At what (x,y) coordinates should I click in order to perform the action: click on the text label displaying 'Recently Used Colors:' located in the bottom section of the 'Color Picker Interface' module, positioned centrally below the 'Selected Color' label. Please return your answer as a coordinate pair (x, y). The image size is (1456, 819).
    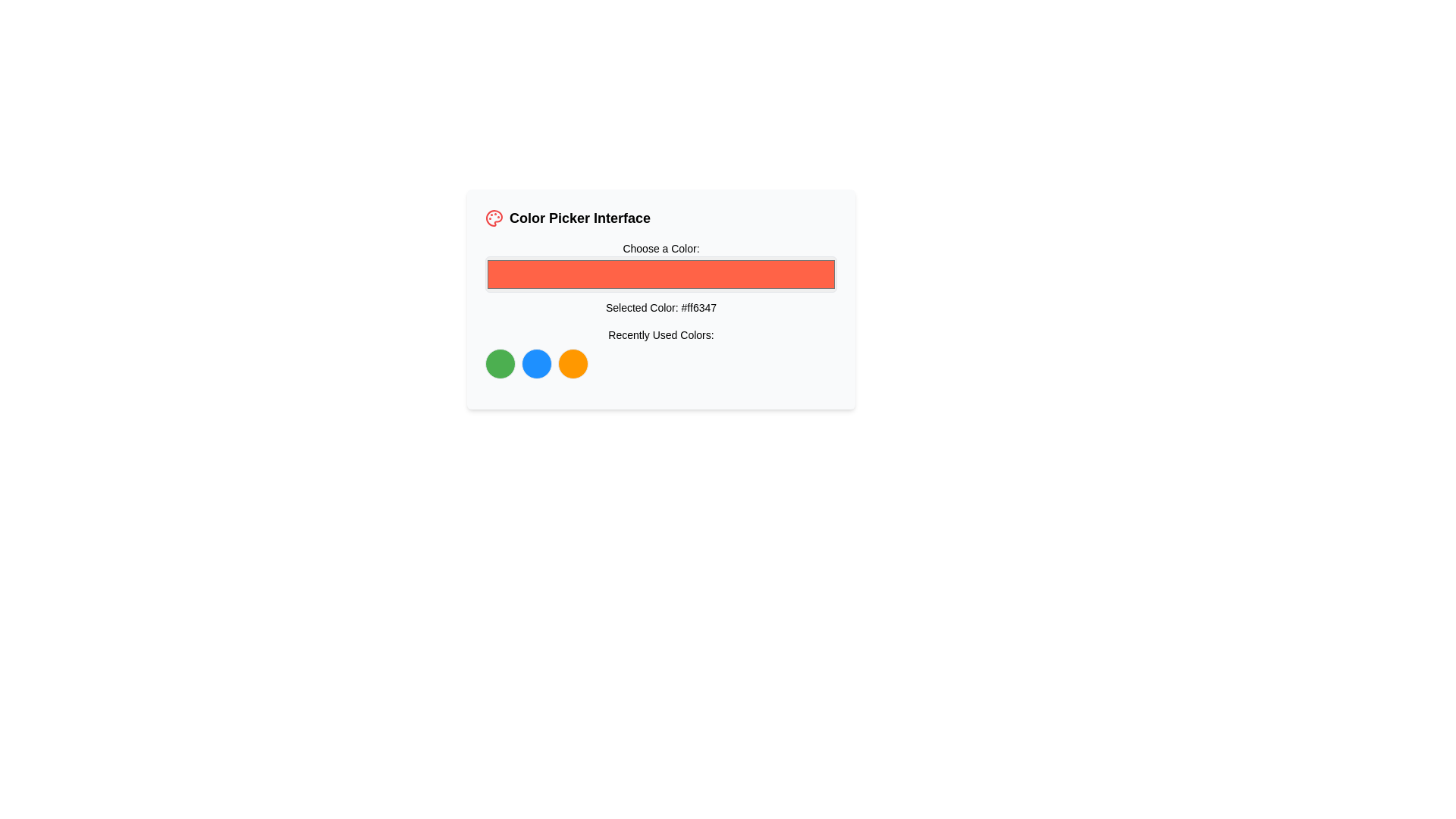
    Looking at the image, I should click on (661, 334).